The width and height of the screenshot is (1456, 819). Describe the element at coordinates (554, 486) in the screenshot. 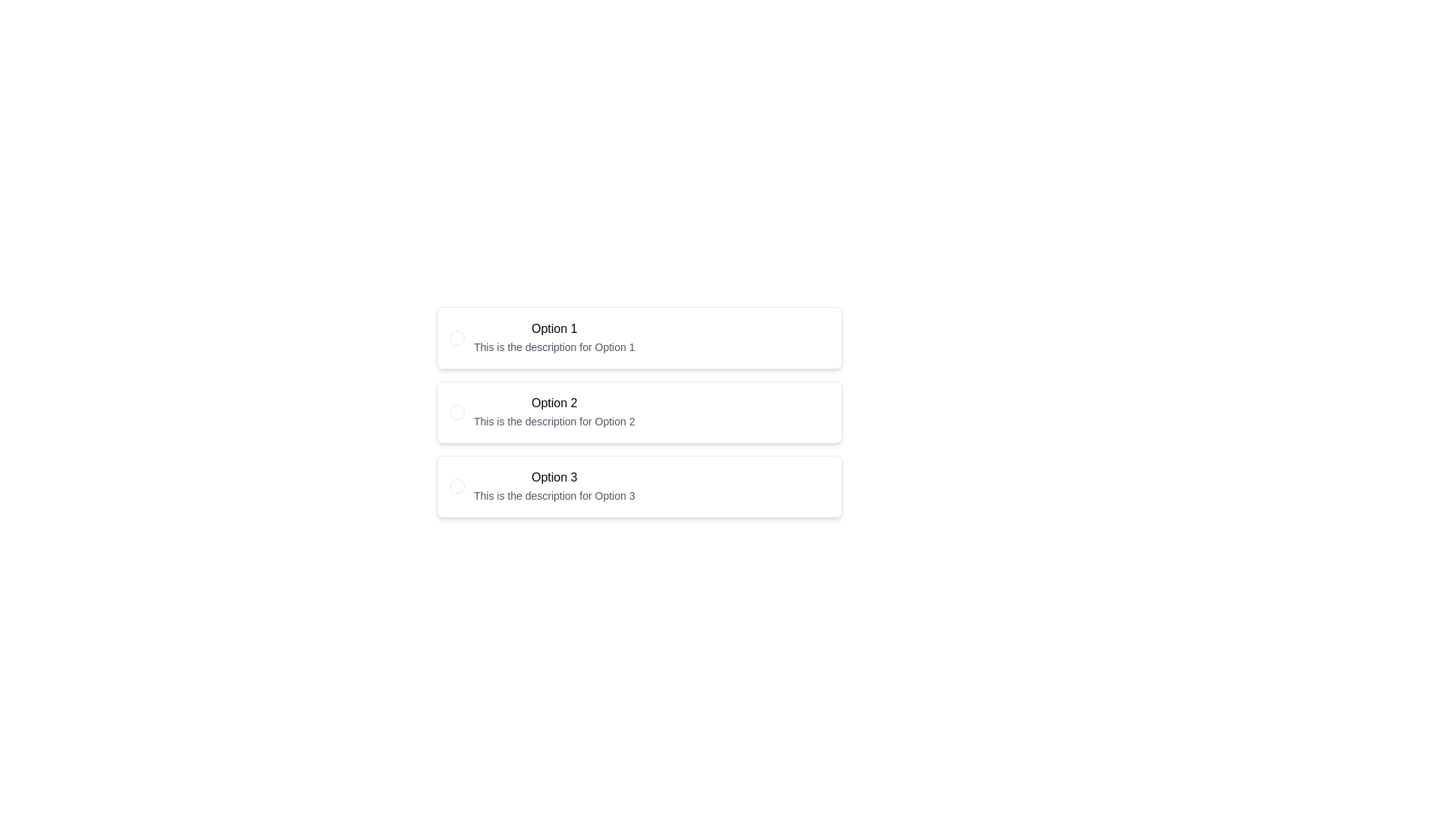

I see `the third selectable list item in the vertical list` at that location.